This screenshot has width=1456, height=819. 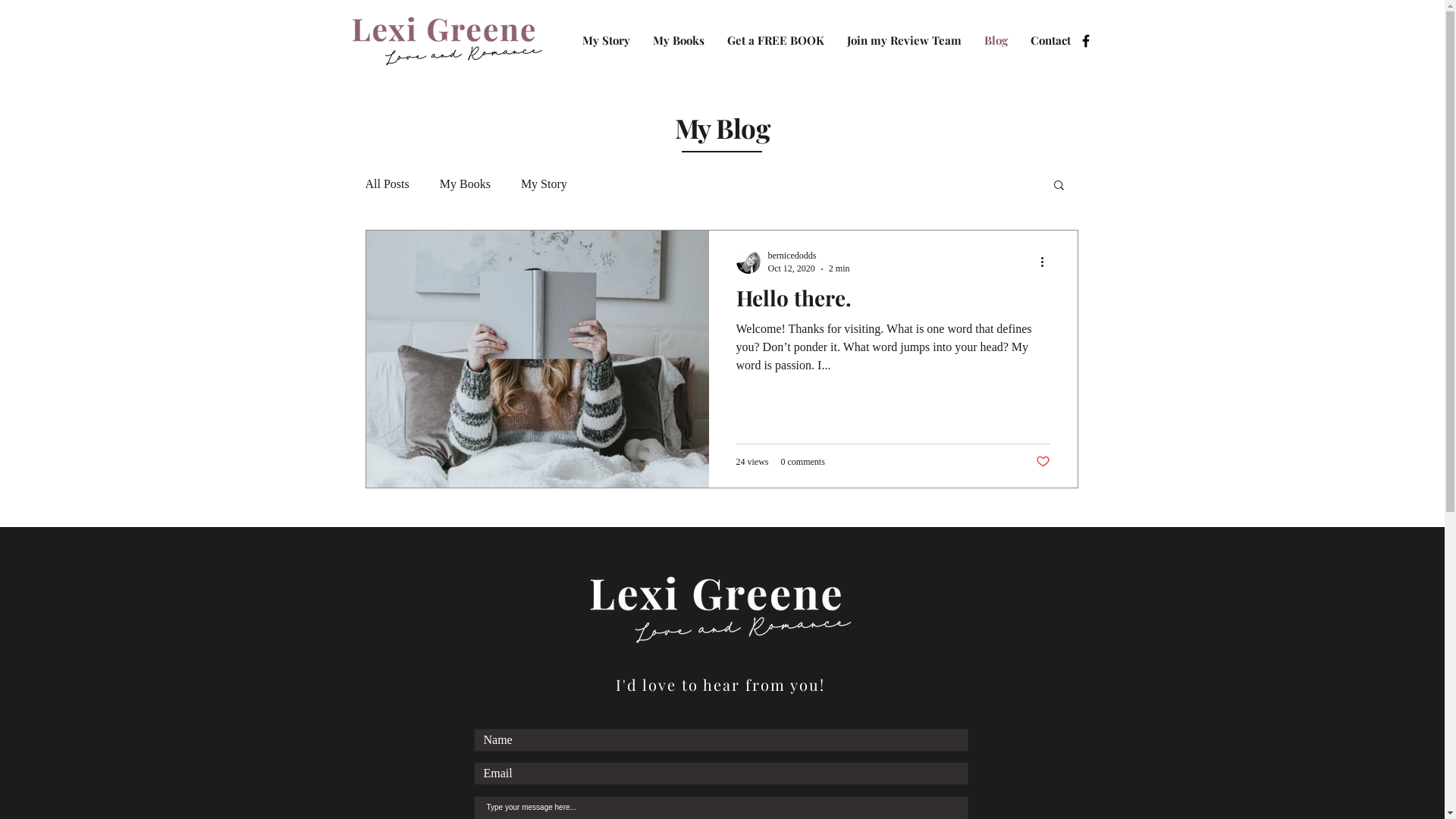 What do you see at coordinates (520, 184) in the screenshot?
I see `'My Story'` at bounding box center [520, 184].